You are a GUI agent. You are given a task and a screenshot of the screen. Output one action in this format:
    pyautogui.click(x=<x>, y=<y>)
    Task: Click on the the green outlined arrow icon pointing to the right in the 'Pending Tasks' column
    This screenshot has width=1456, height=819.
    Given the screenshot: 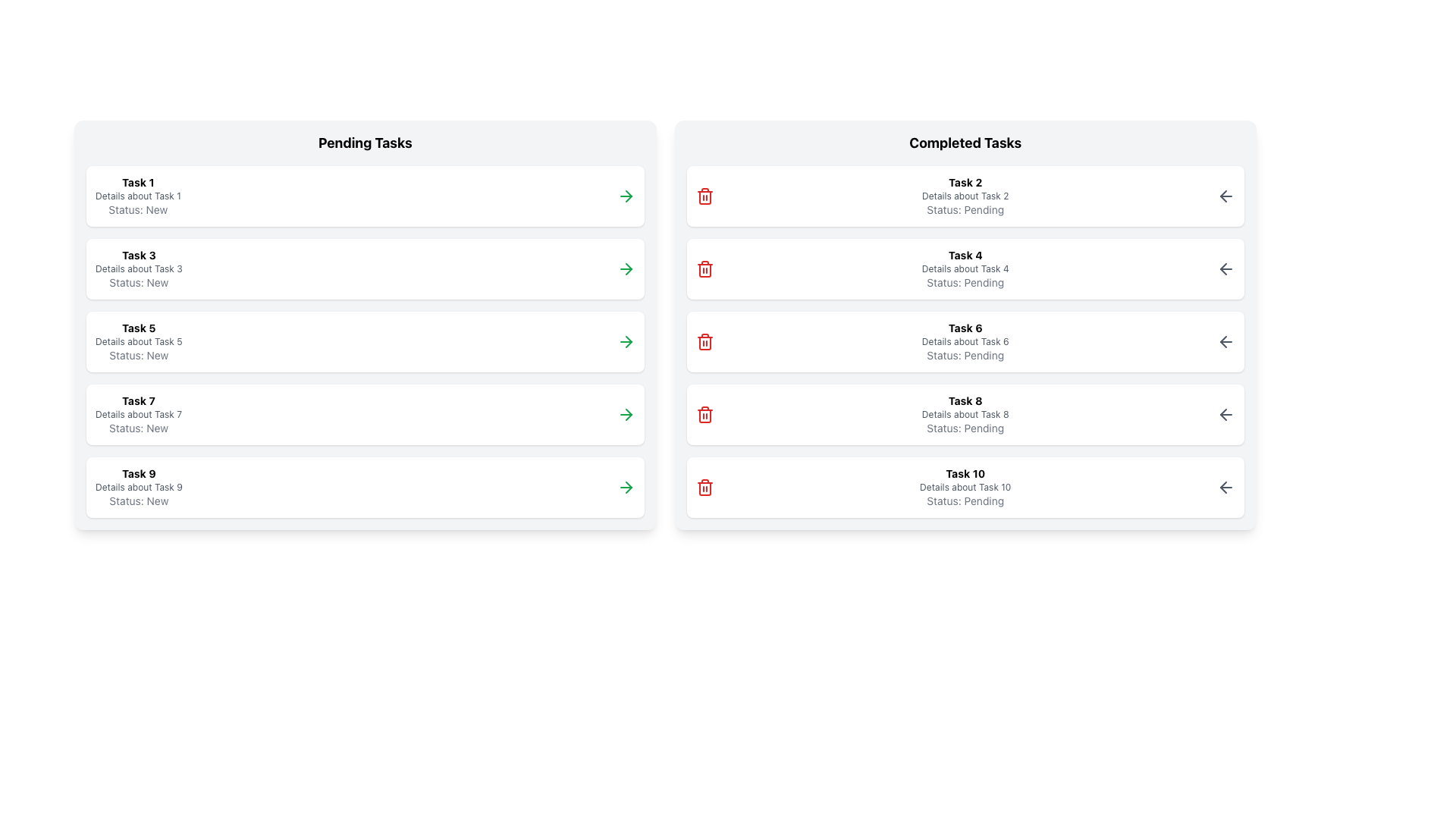 What is the action you would take?
    pyautogui.click(x=629, y=268)
    